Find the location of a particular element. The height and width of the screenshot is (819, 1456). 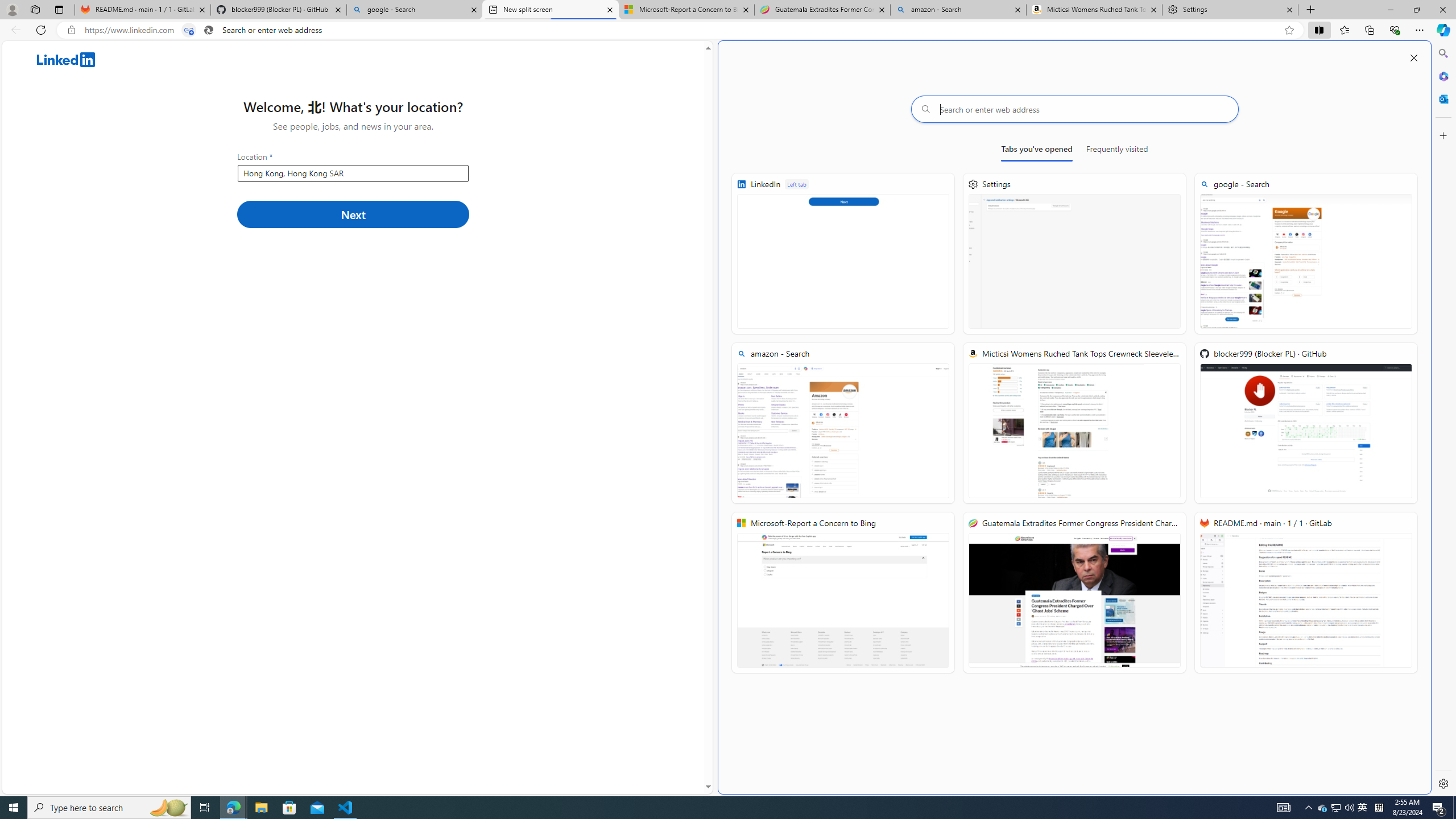

'Microsoft-Report a Concern to Bing' is located at coordinates (842, 592).